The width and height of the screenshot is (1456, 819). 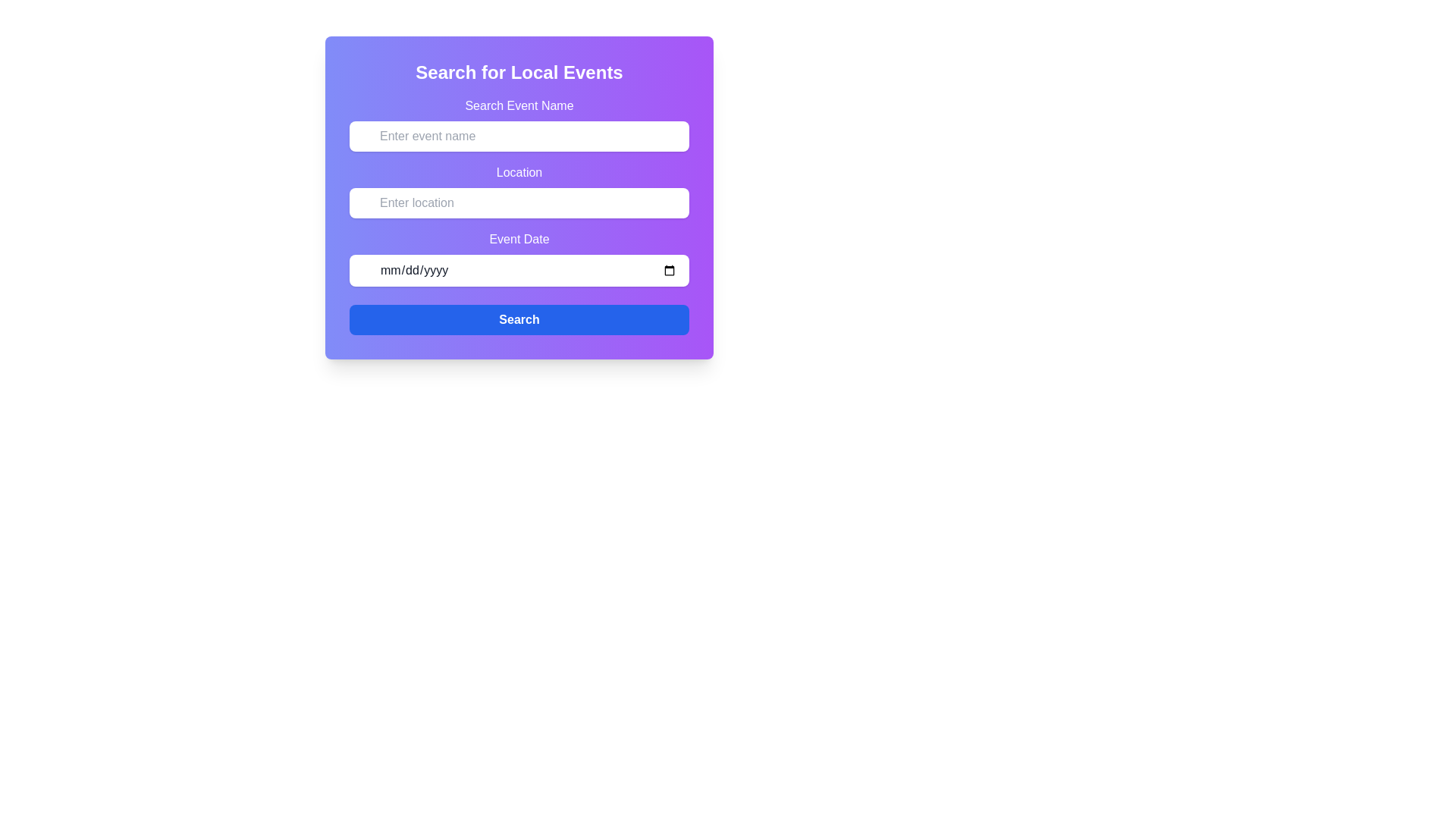 What do you see at coordinates (519, 318) in the screenshot?
I see `the rectangular blue button labeled 'Search' at the center of the button` at bounding box center [519, 318].